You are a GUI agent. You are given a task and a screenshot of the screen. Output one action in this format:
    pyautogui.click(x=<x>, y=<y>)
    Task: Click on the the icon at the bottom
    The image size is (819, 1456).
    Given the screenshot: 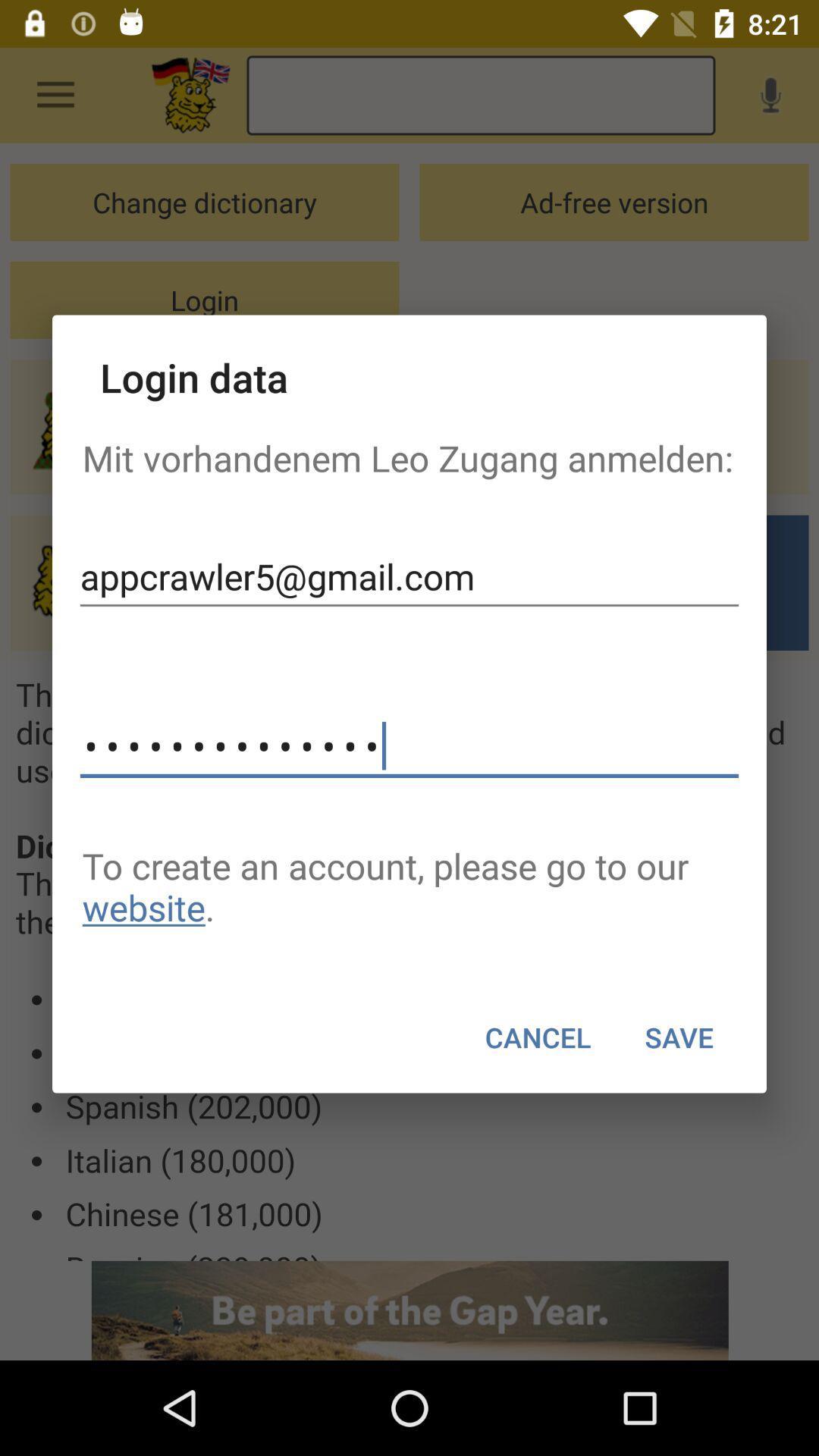 What is the action you would take?
    pyautogui.click(x=537, y=1037)
    